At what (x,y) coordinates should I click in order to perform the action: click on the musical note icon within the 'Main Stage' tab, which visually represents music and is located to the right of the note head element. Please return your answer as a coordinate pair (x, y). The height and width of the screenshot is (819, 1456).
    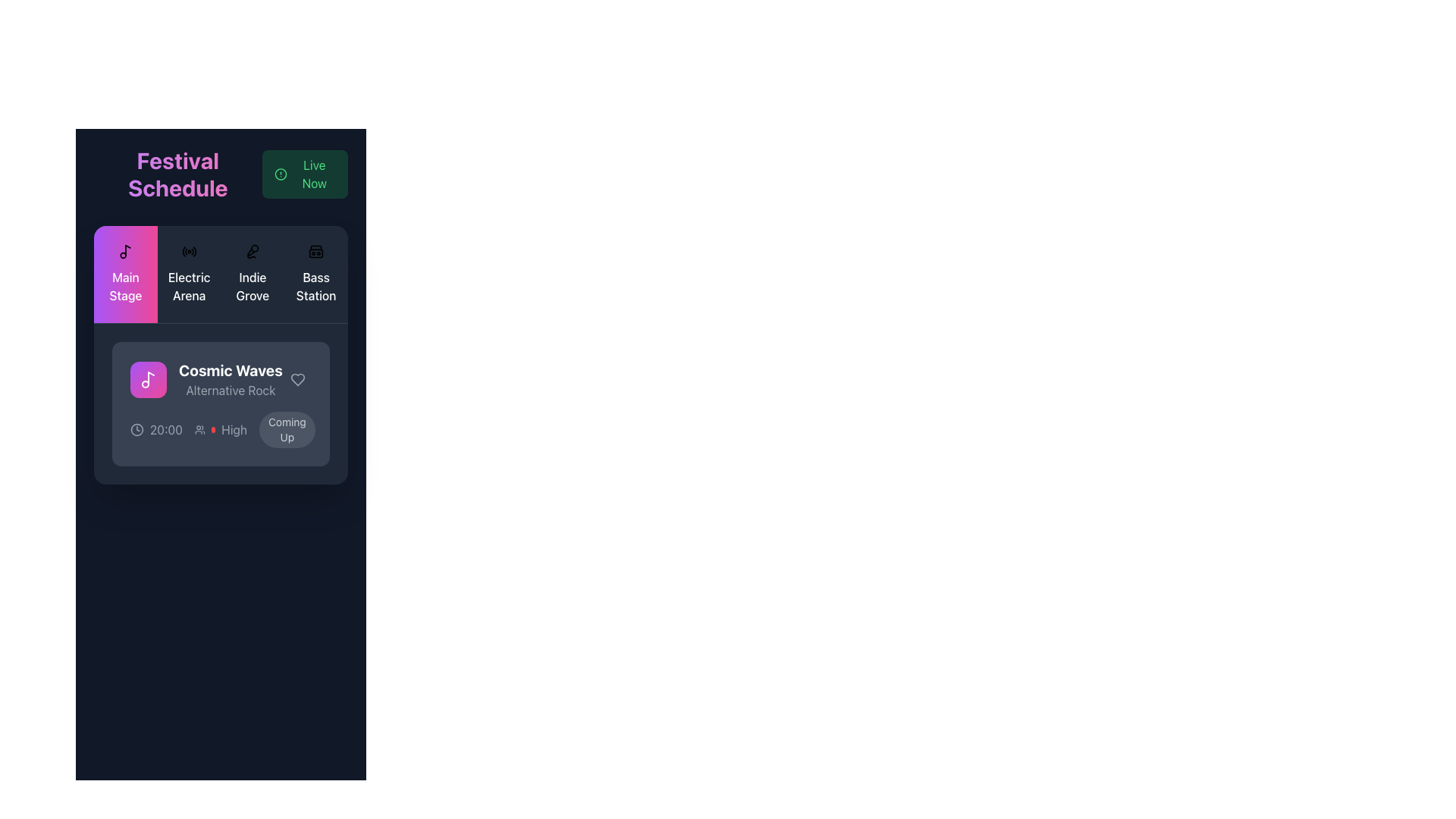
    Looking at the image, I should click on (151, 377).